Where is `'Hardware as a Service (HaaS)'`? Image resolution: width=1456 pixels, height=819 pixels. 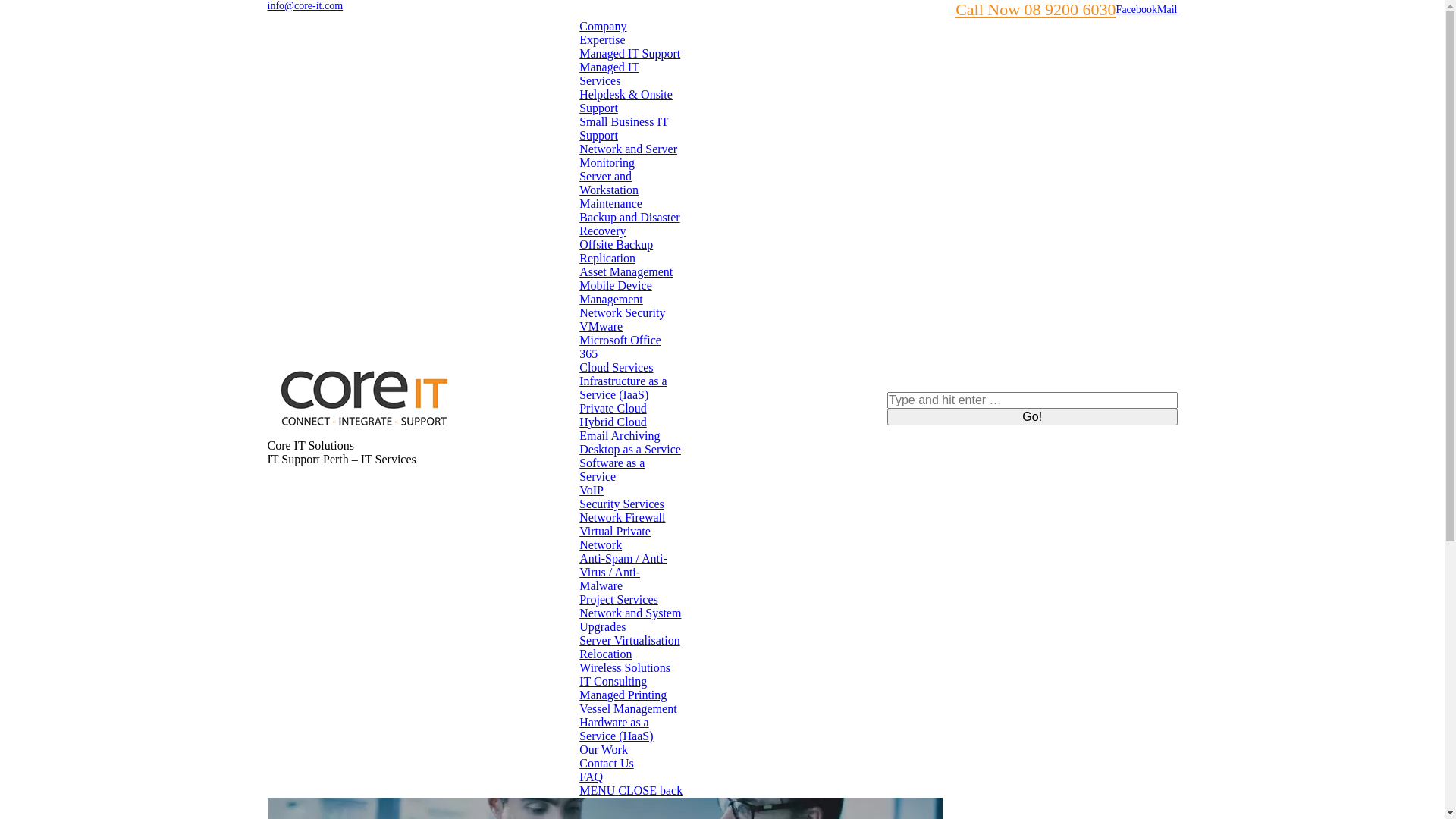
'Hardware as a Service (HaaS)' is located at coordinates (578, 728).